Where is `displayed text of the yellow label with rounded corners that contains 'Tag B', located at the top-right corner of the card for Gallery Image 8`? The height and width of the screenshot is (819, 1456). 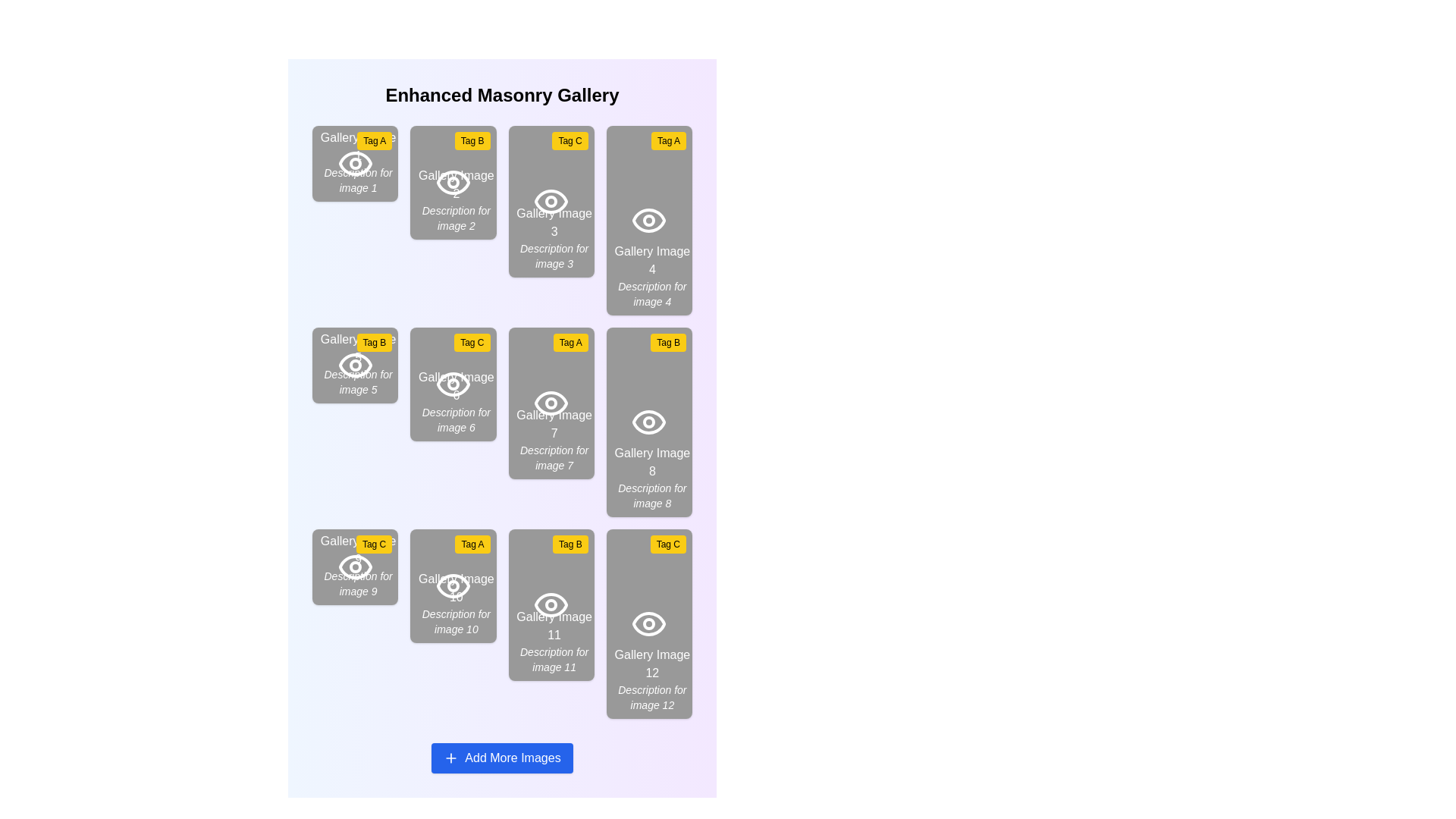
displayed text of the yellow label with rounded corners that contains 'Tag B', located at the top-right corner of the card for Gallery Image 8 is located at coordinates (667, 342).